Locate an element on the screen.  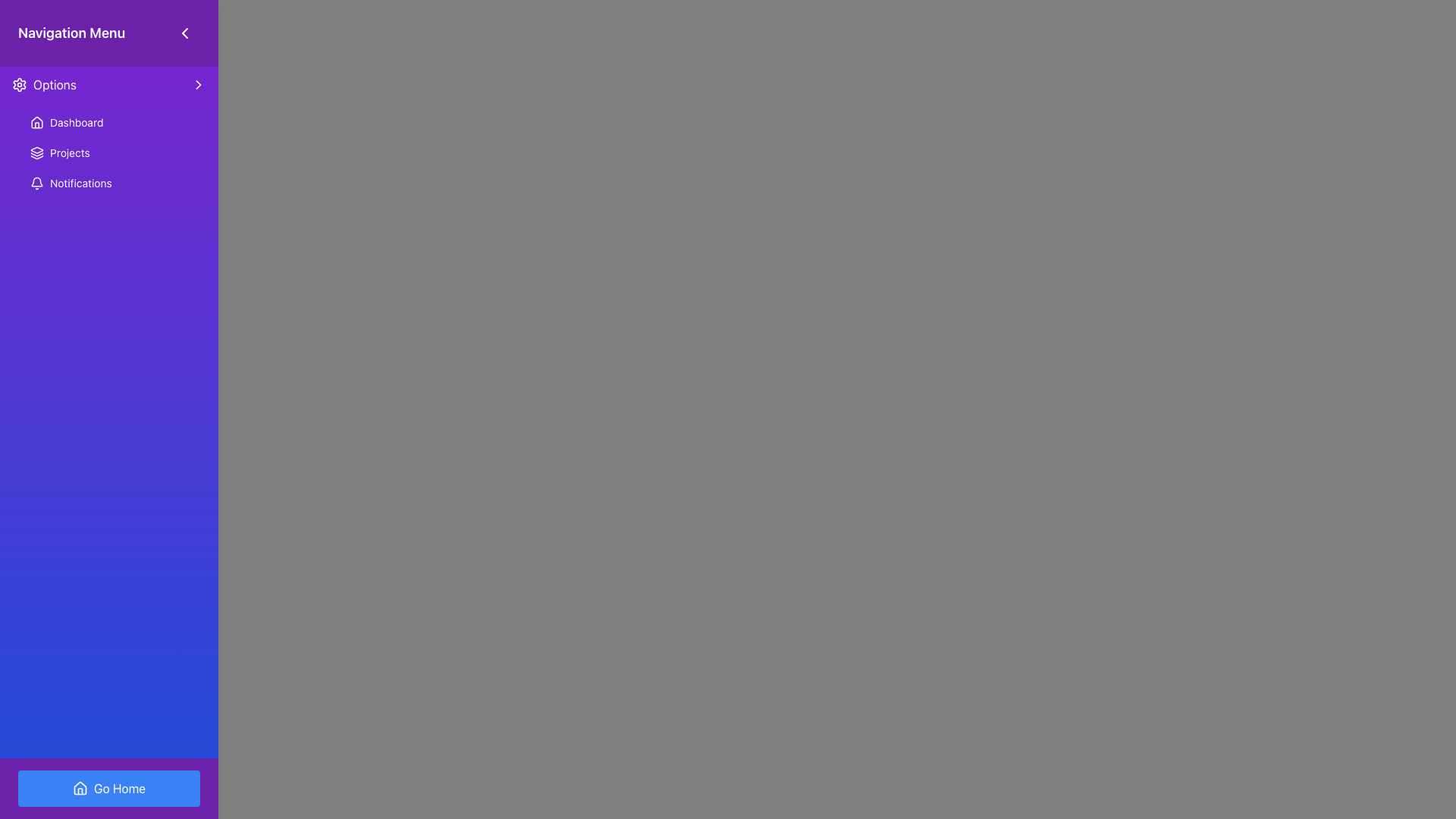
the notifications button, which is the third item in the vertical list of menu options under the 'Options' section is located at coordinates (118, 183).